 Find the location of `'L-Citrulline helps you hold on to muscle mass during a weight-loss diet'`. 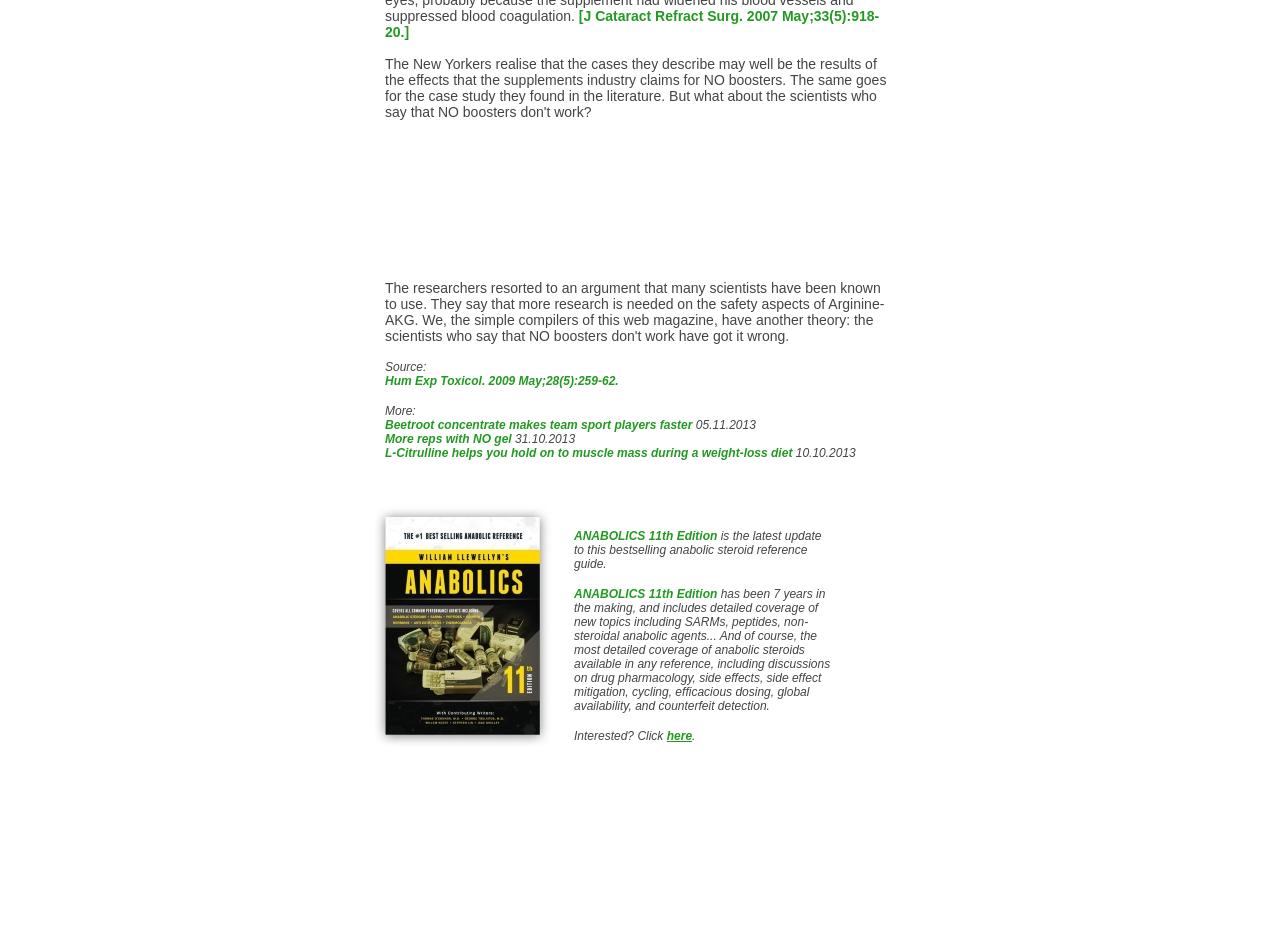

'L-Citrulline helps you hold on to muscle mass during a weight-loss diet' is located at coordinates (587, 451).